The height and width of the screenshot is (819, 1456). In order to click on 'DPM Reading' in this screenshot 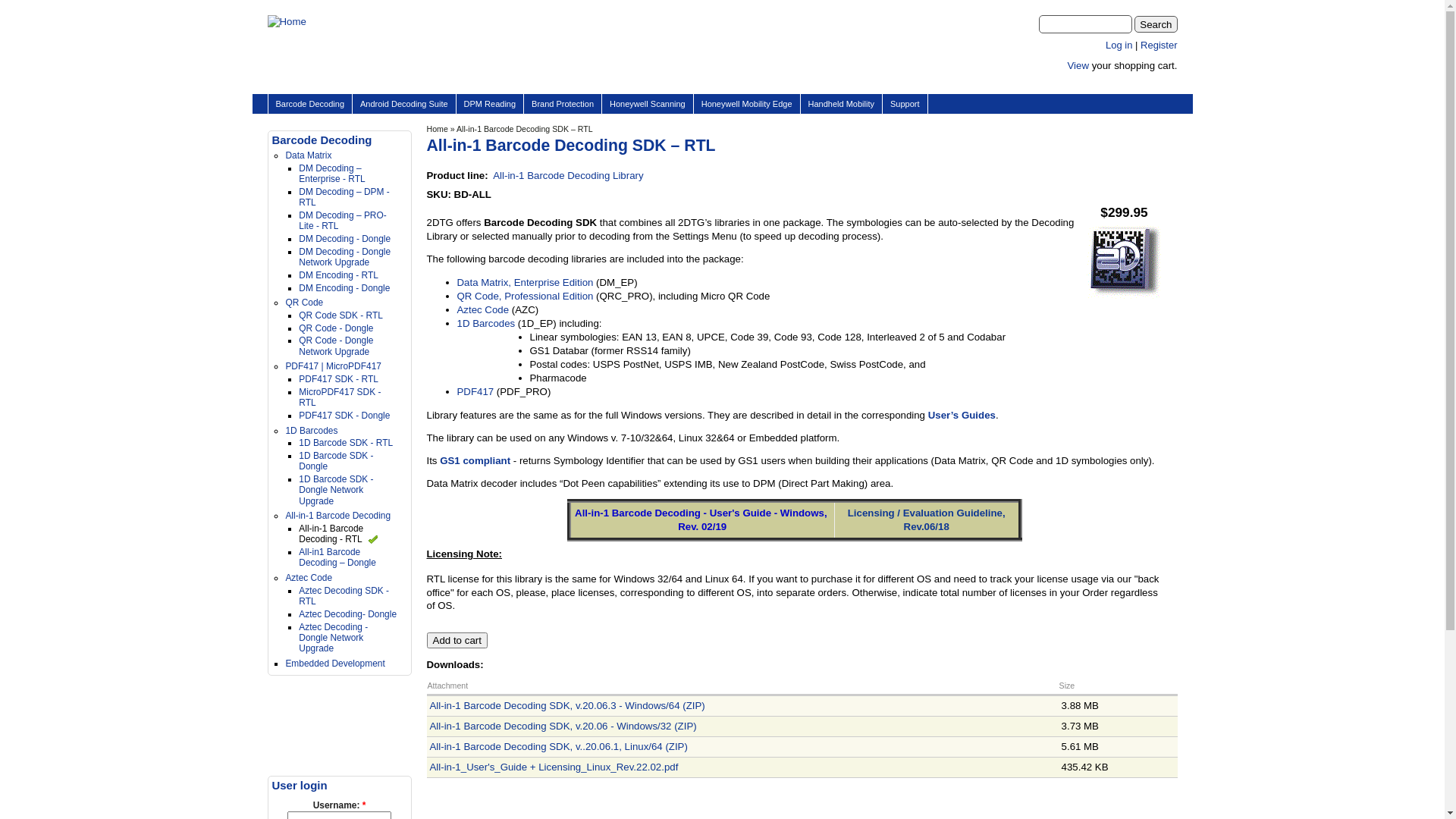, I will do `click(490, 103)`.